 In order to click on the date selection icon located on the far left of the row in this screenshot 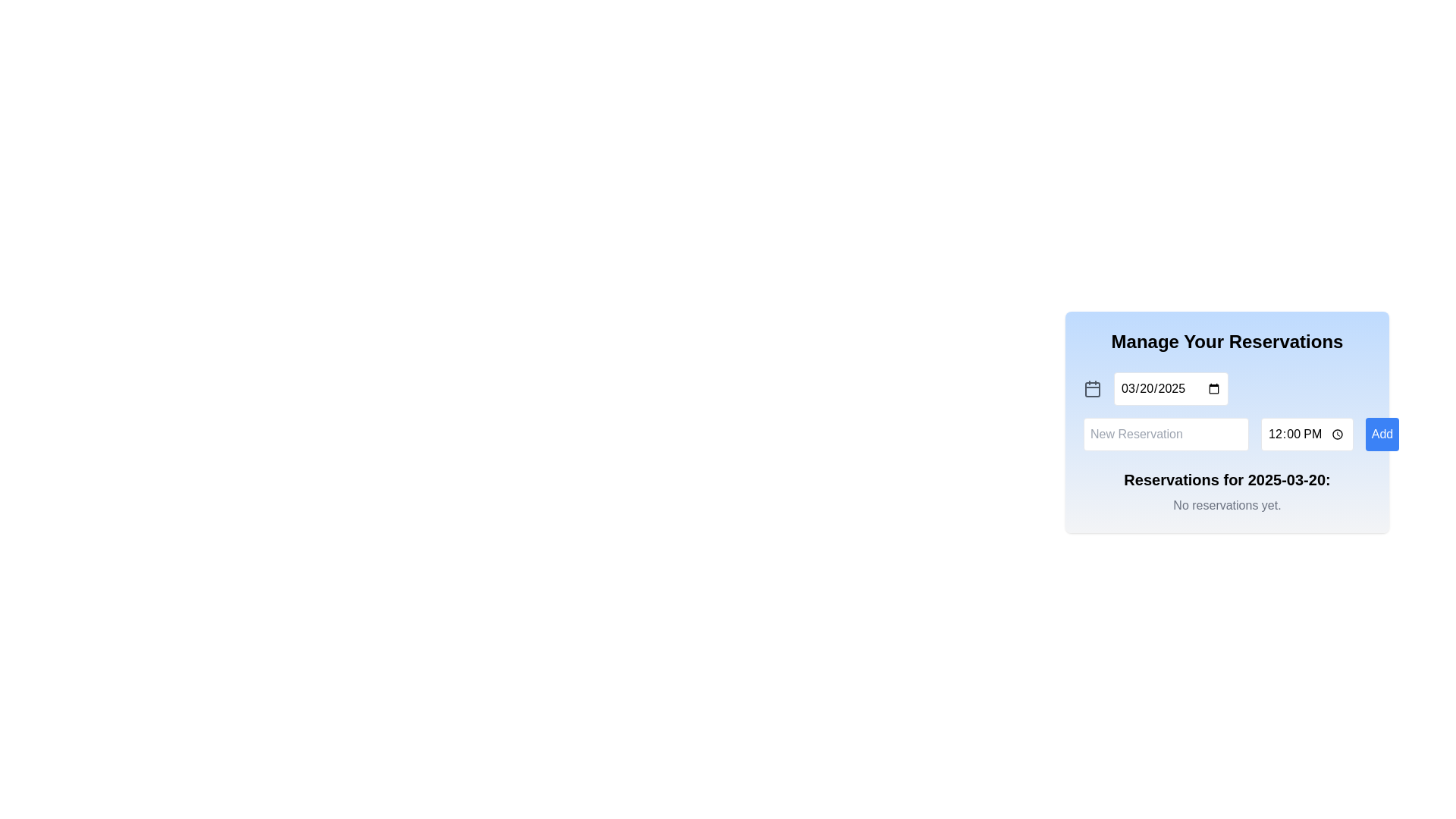, I will do `click(1092, 388)`.